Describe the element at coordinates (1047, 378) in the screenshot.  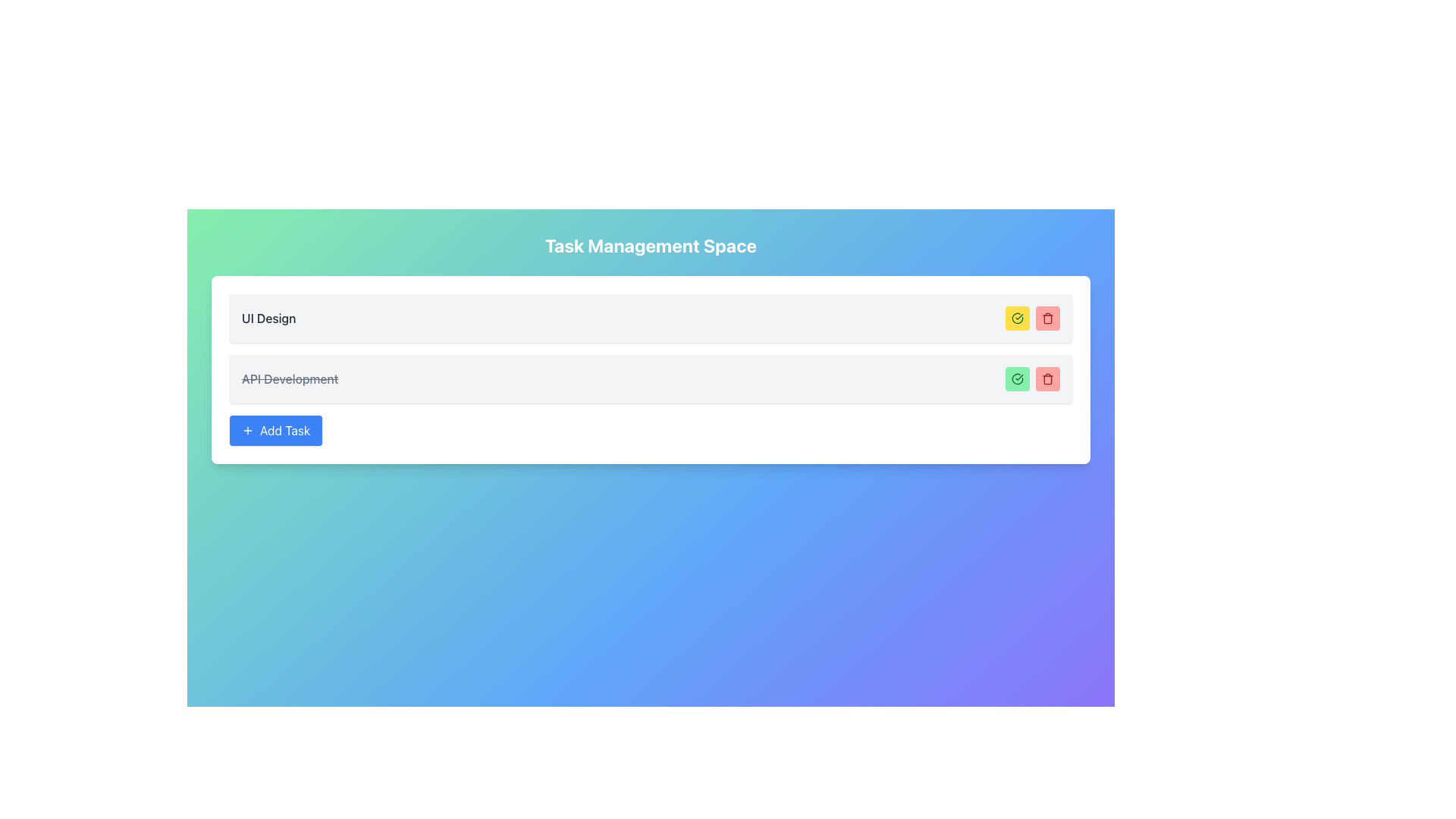
I see `the red trash can icon in the second task row` at that location.